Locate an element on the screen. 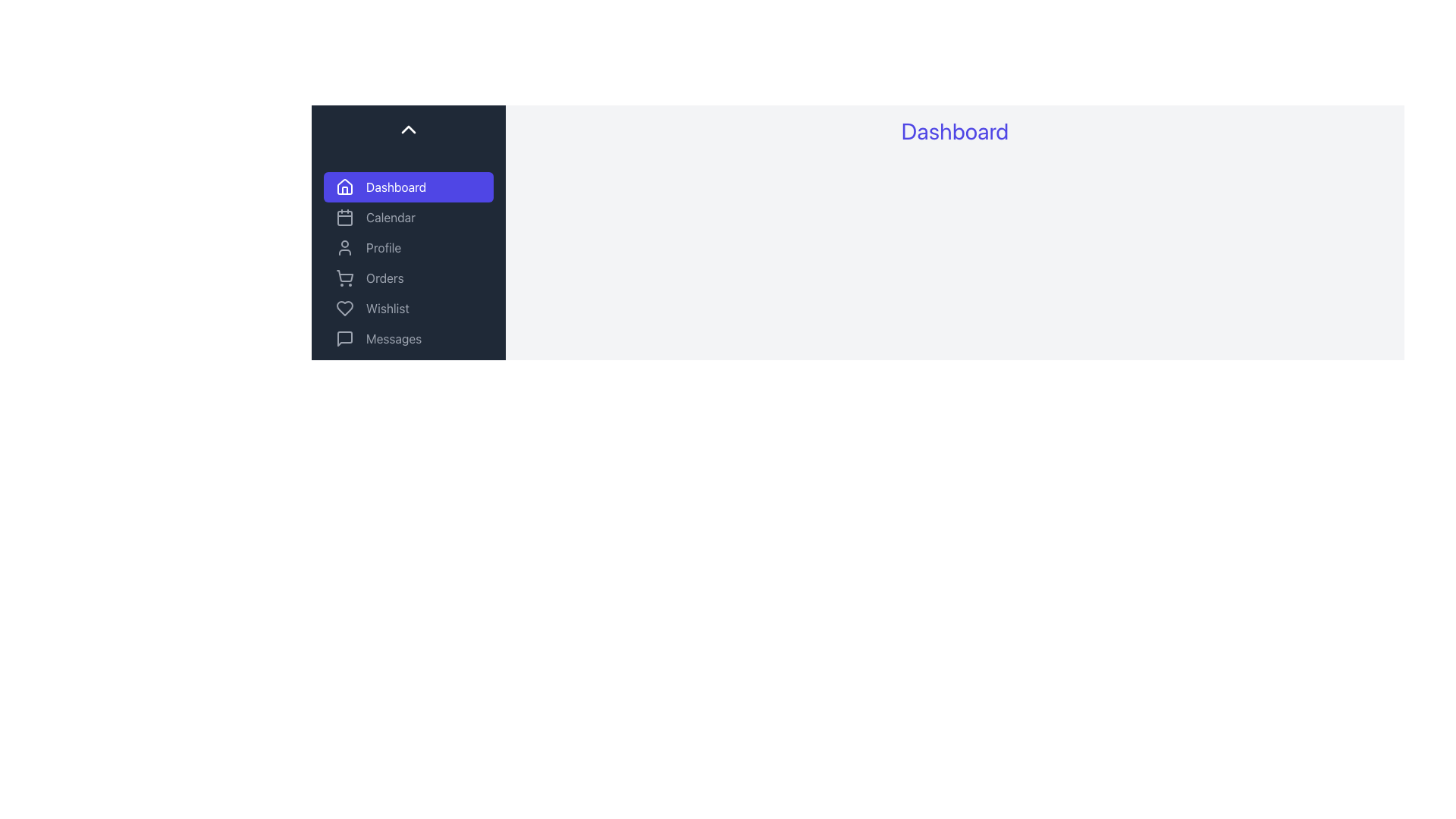  the 'Profile' text label in the sidebar menu, which is the third item in the list of menu options is located at coordinates (384, 247).